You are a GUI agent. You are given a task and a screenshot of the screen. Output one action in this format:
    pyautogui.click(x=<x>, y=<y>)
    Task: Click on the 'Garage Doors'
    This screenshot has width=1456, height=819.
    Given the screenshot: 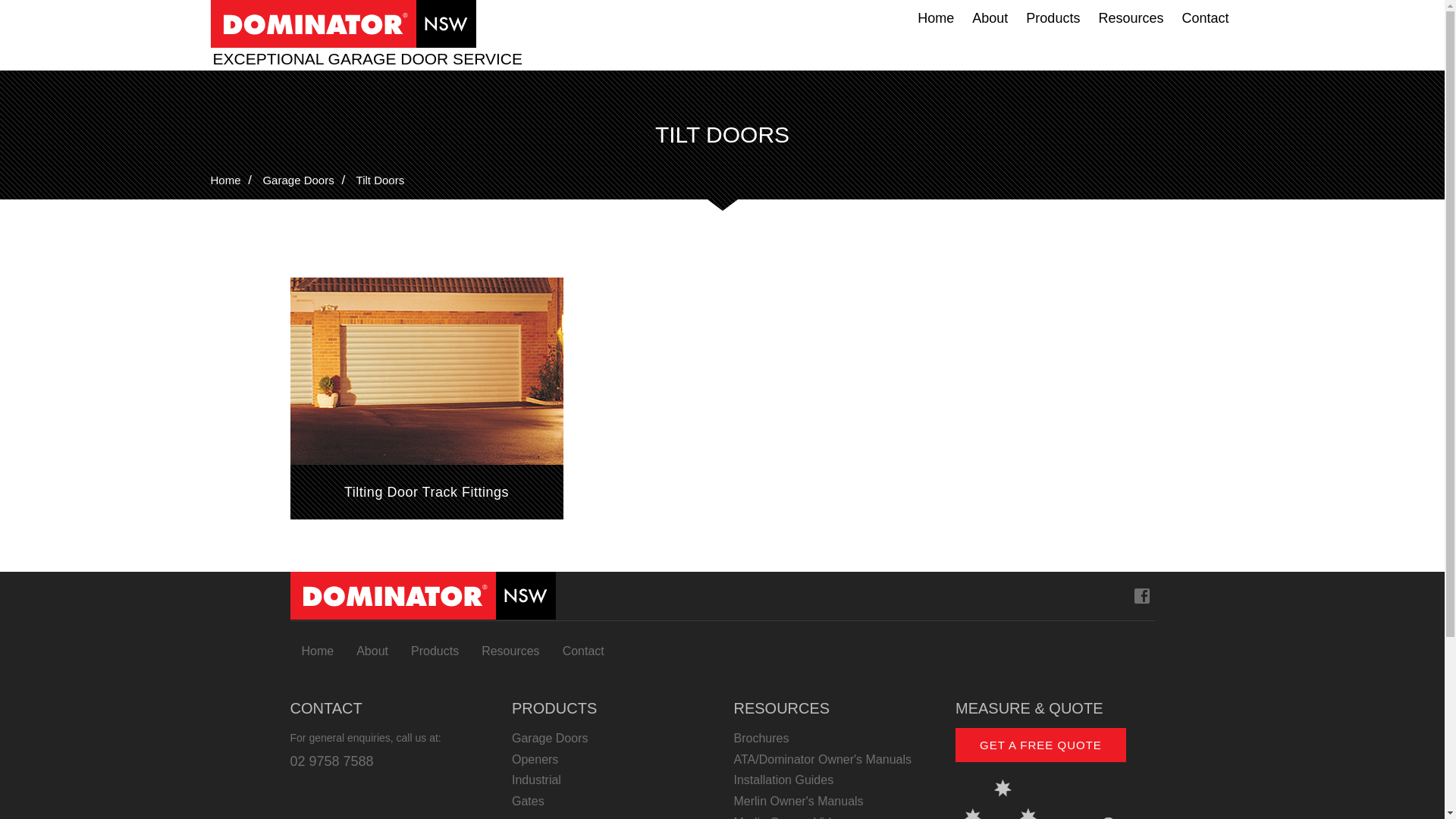 What is the action you would take?
    pyautogui.click(x=611, y=738)
    